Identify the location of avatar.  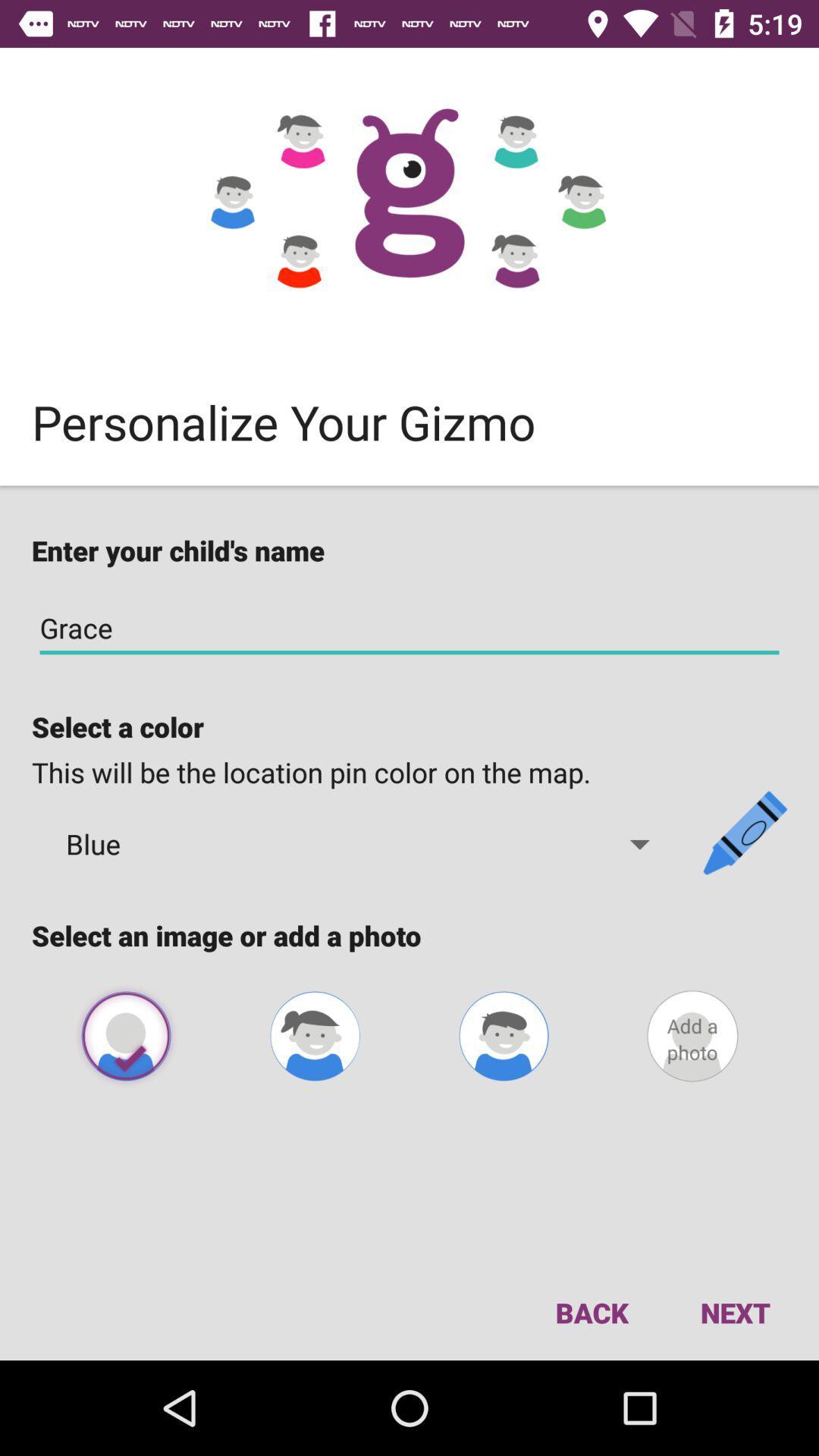
(504, 1035).